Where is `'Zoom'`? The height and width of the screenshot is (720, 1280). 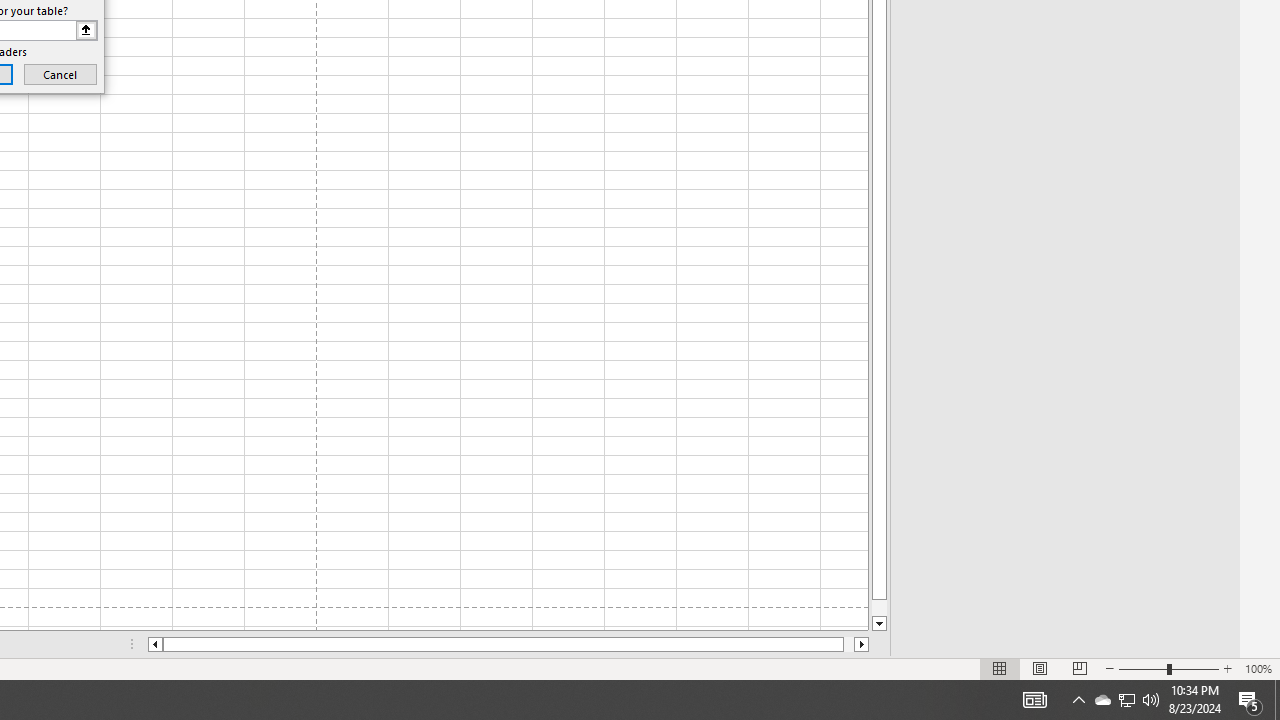 'Zoom' is located at coordinates (1168, 669).